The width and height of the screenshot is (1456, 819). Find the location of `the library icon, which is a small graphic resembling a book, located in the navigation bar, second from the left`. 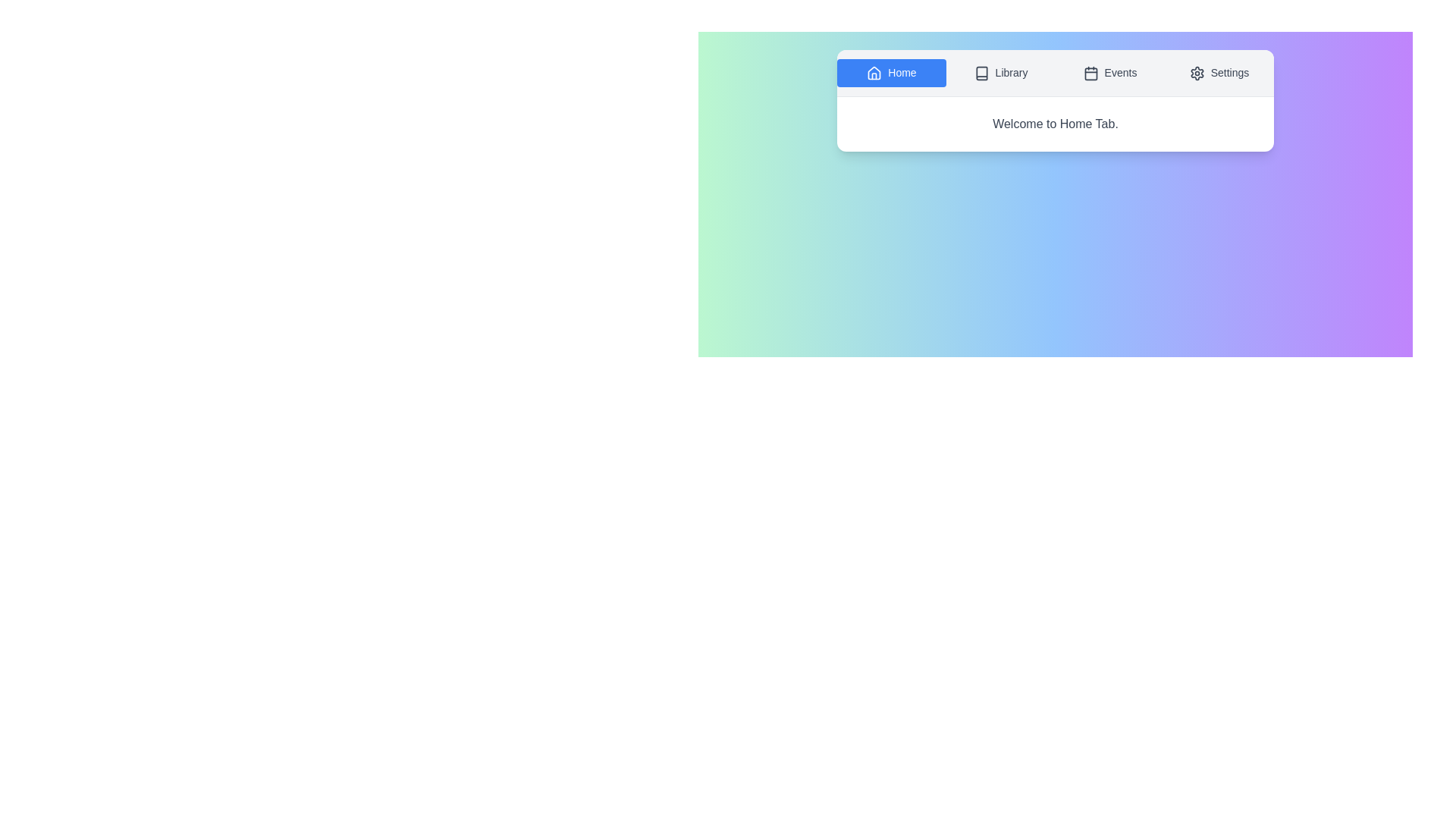

the library icon, which is a small graphic resembling a book, located in the navigation bar, second from the left is located at coordinates (981, 74).